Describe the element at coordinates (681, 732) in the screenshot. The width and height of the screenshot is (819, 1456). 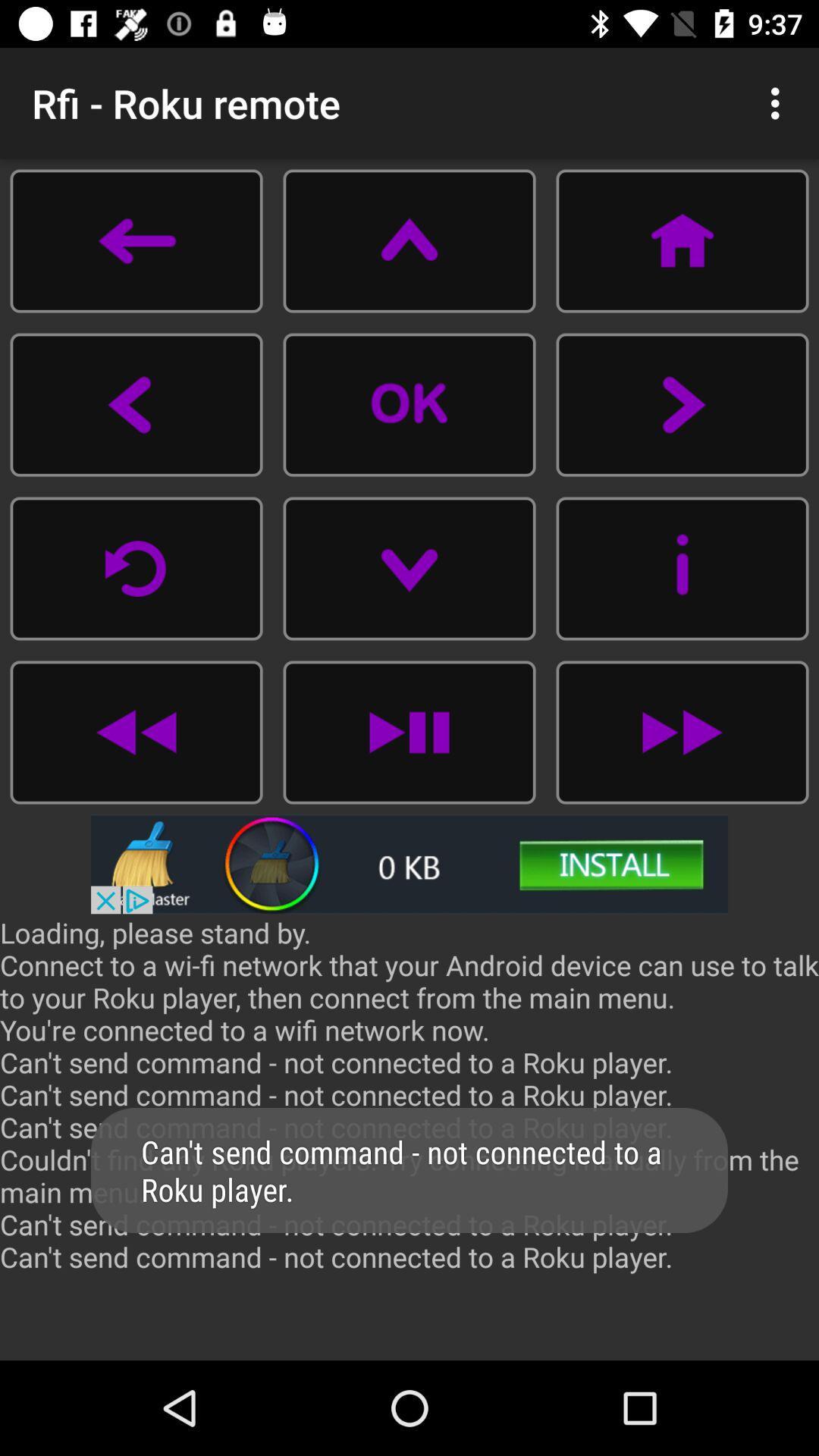
I see `go next` at that location.